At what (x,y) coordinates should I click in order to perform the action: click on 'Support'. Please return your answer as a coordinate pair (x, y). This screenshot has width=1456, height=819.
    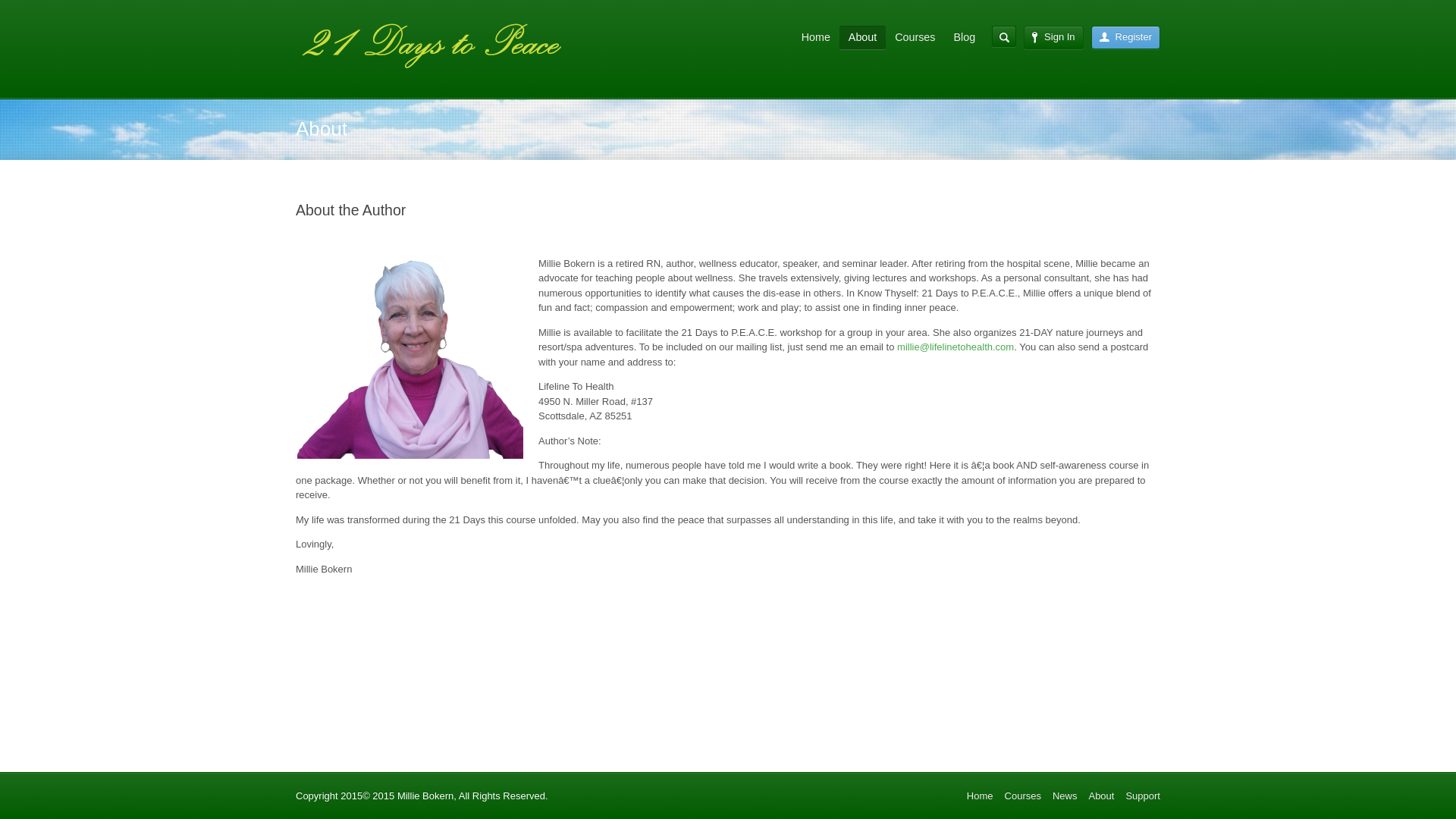
    Looking at the image, I should click on (1143, 795).